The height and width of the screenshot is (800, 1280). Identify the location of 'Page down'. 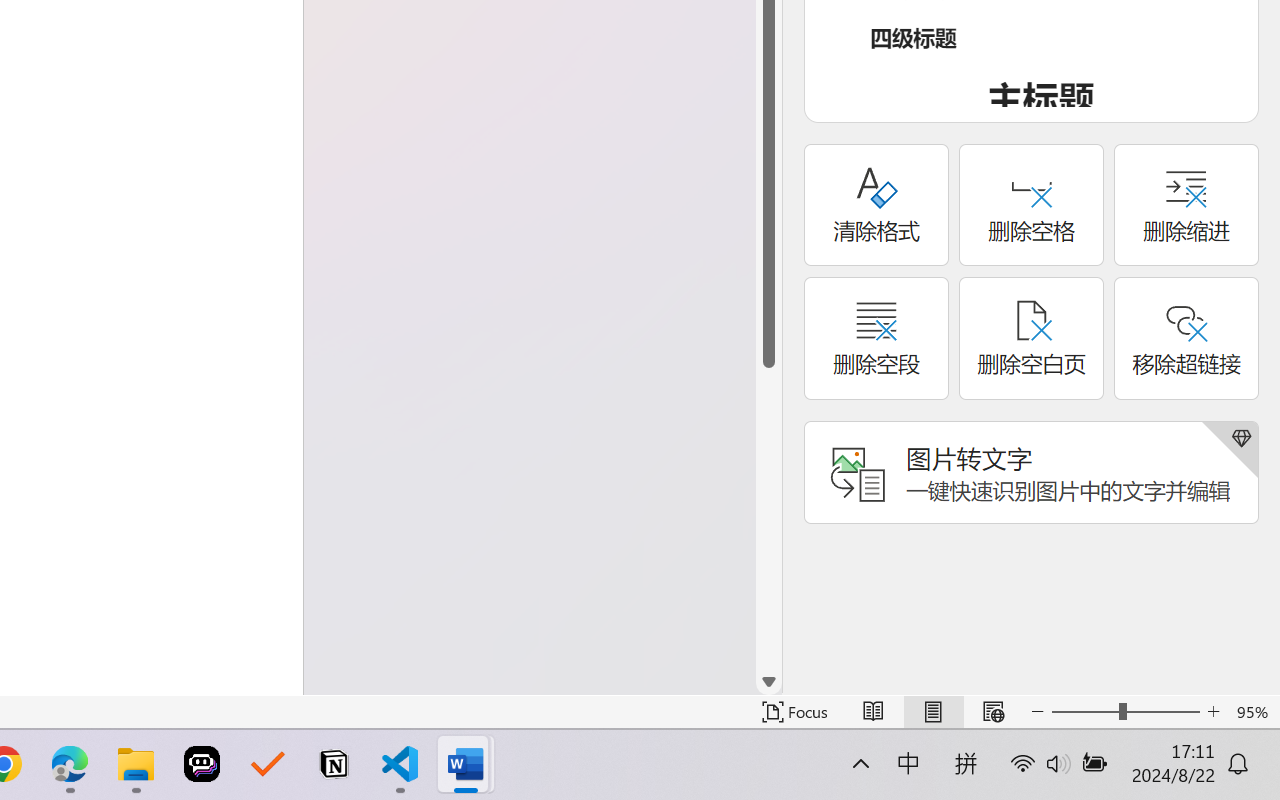
(768, 517).